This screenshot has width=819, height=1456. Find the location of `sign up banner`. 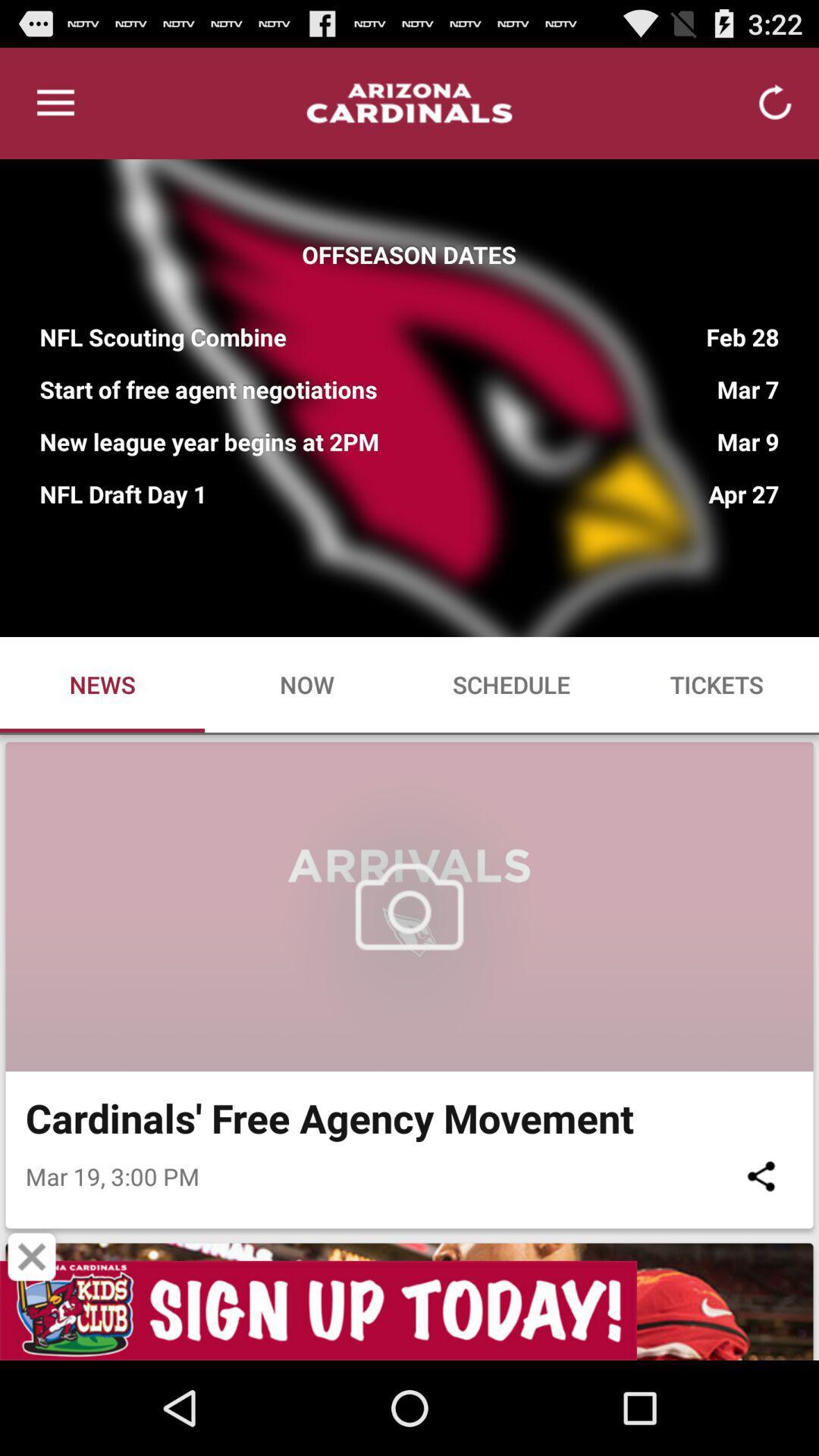

sign up banner is located at coordinates (409, 1310).